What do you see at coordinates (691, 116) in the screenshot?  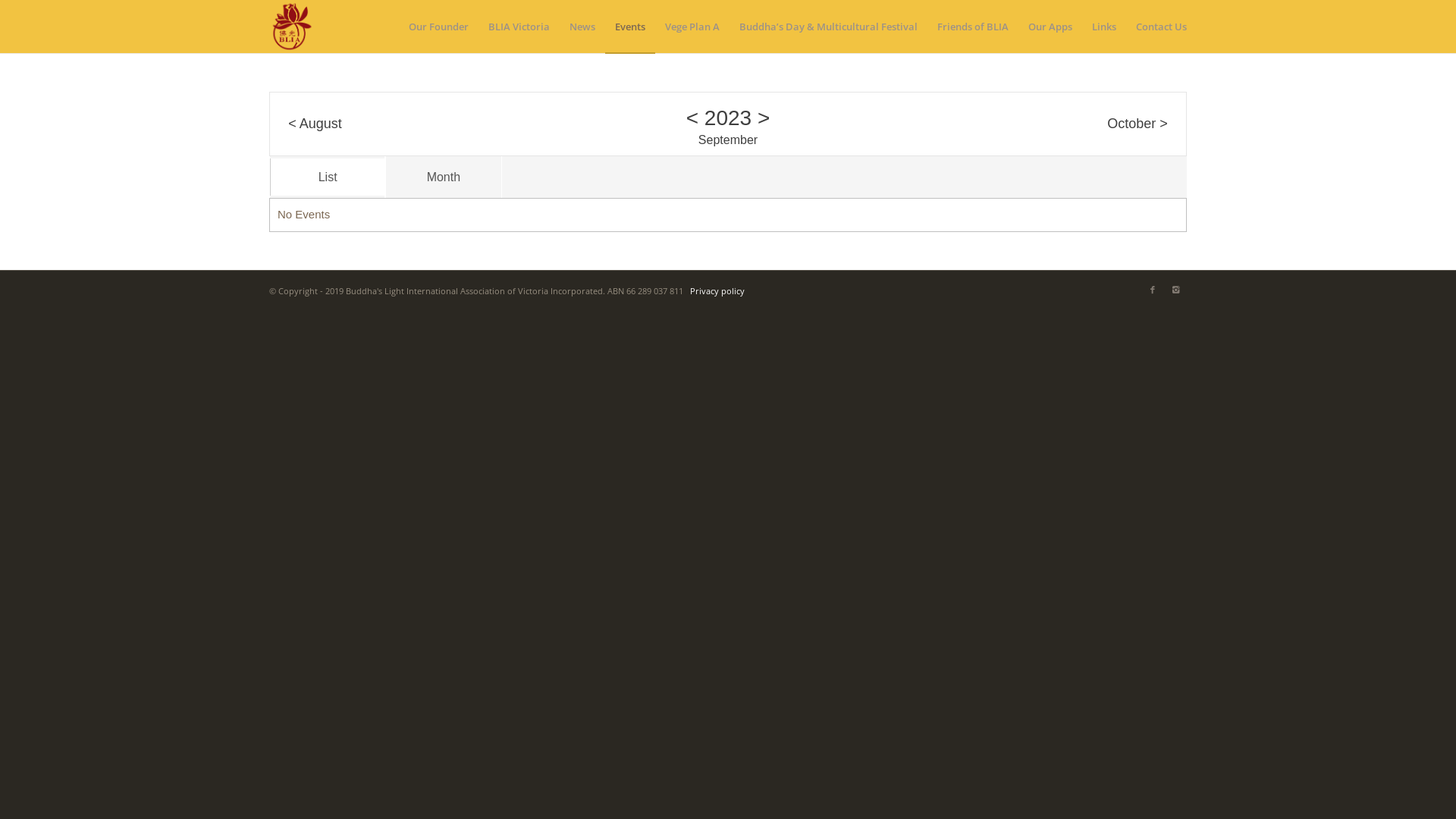 I see `'<'` at bounding box center [691, 116].